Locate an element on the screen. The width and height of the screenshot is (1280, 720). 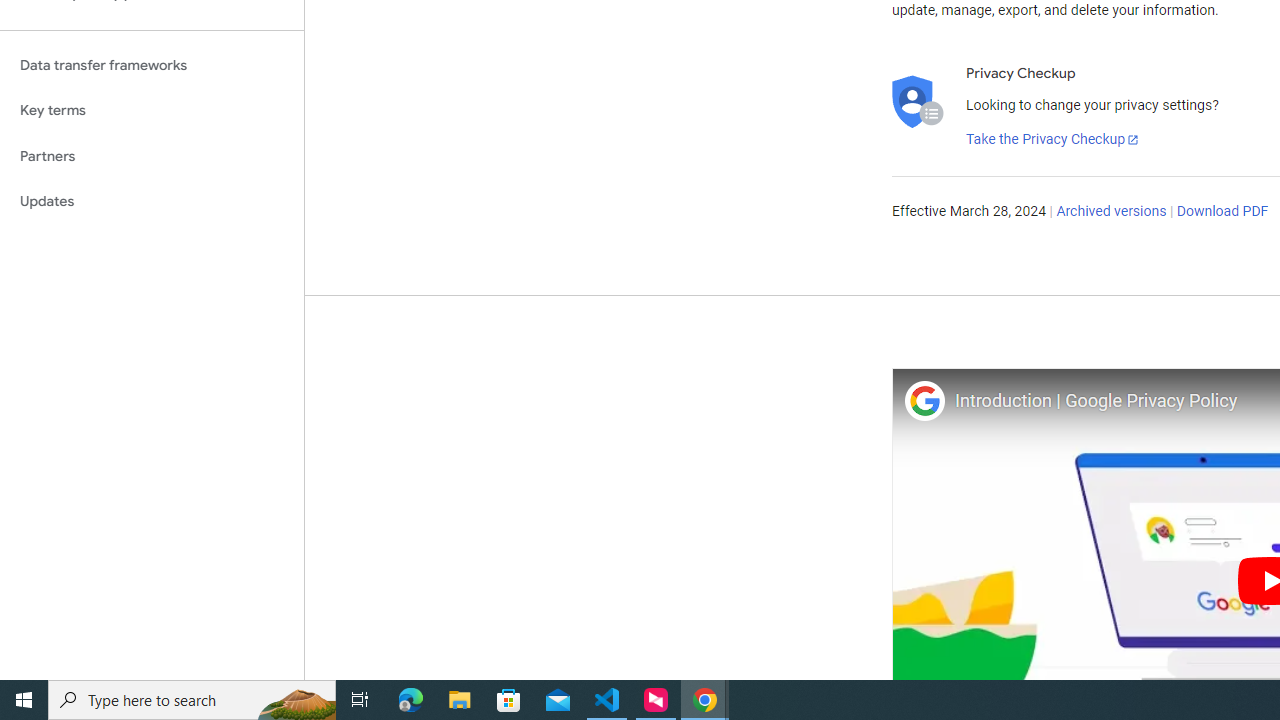
'Take the Privacy Checkup' is located at coordinates (1052, 139).